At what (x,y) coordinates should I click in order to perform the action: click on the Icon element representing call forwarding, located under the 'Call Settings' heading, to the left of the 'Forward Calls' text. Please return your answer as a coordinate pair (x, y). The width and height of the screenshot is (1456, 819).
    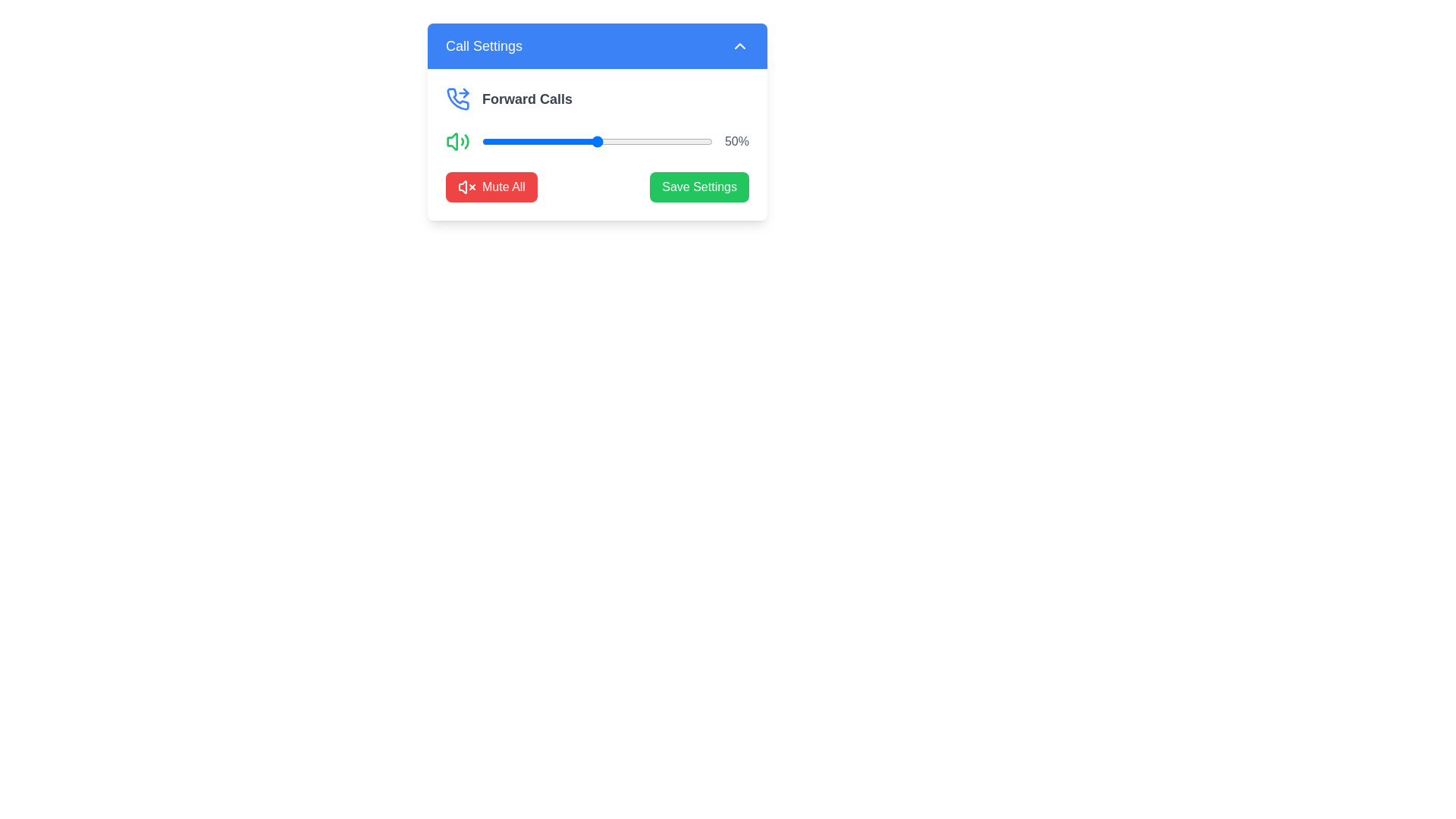
    Looking at the image, I should click on (465, 93).